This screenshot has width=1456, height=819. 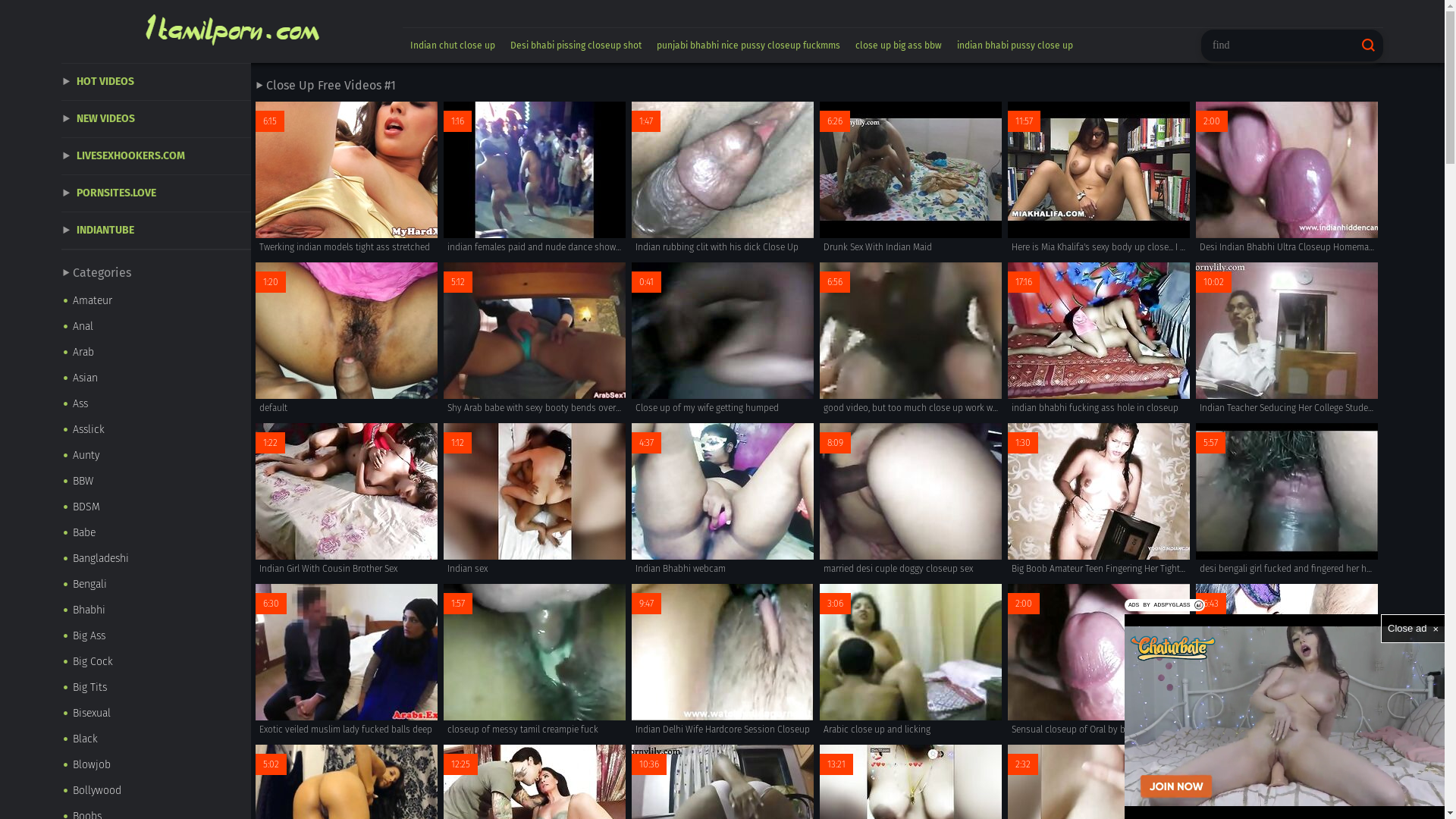 I want to click on '2:00, so click(x=1286, y=177).